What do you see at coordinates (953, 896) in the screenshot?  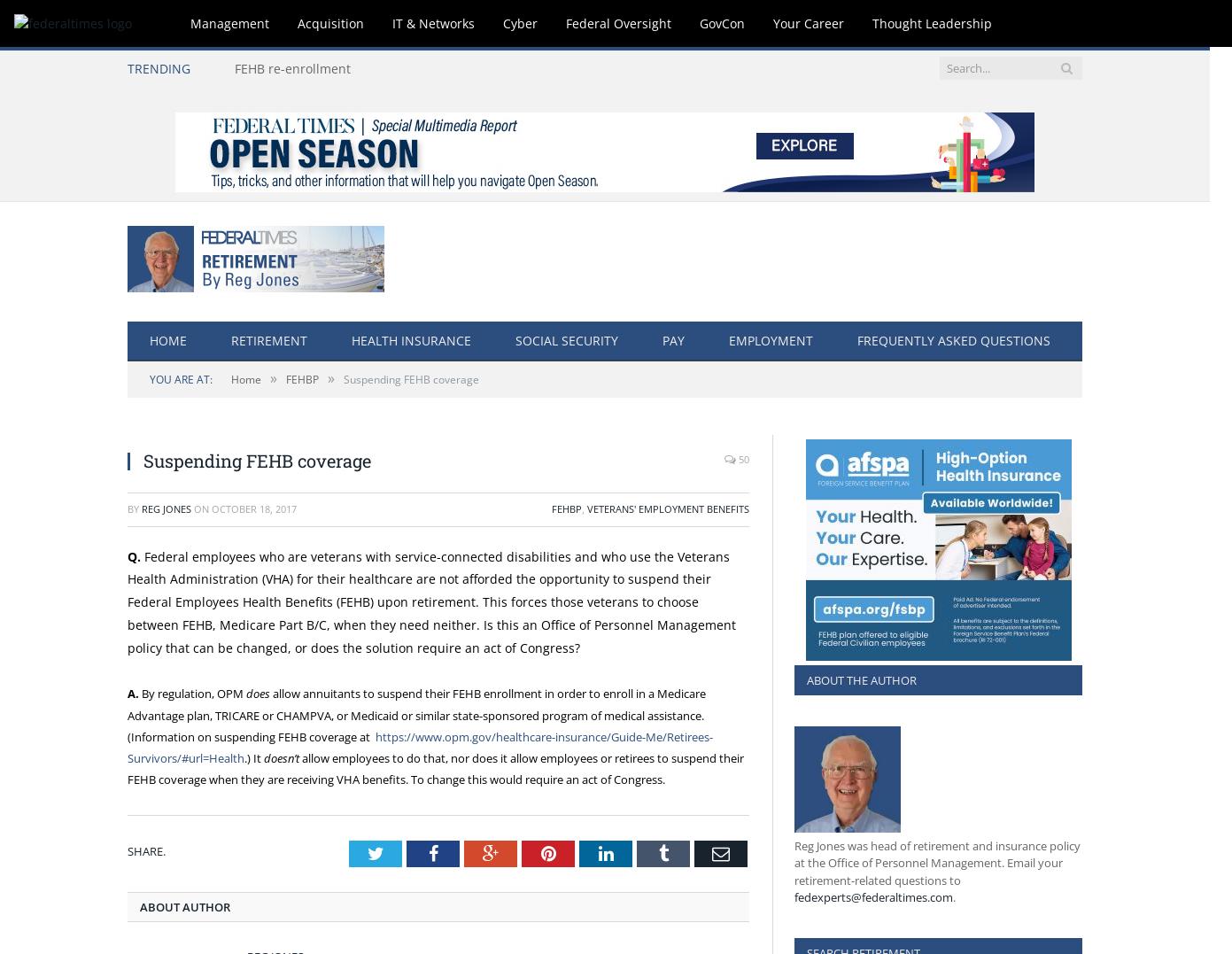 I see `'.'` at bounding box center [953, 896].